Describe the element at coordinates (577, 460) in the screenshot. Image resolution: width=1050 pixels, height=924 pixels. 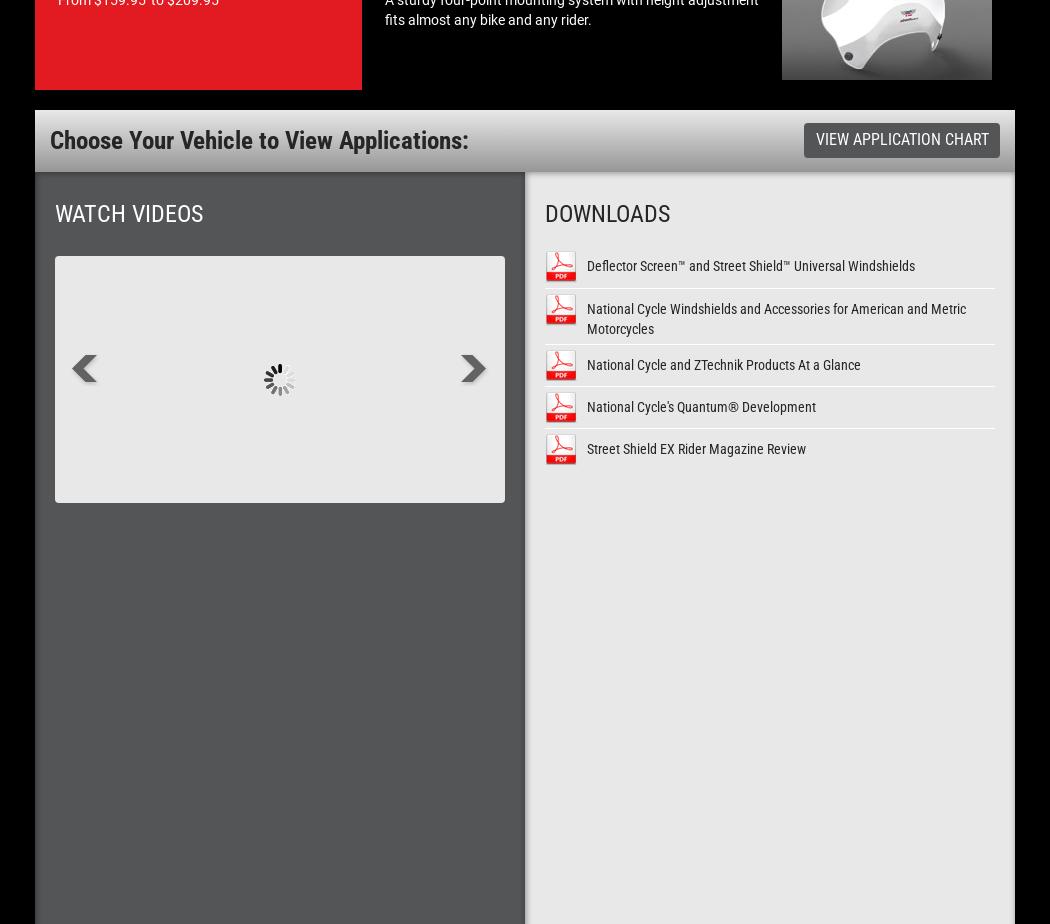
I see `'Polycarbonate or Acrylic? YOU Decide!'` at that location.